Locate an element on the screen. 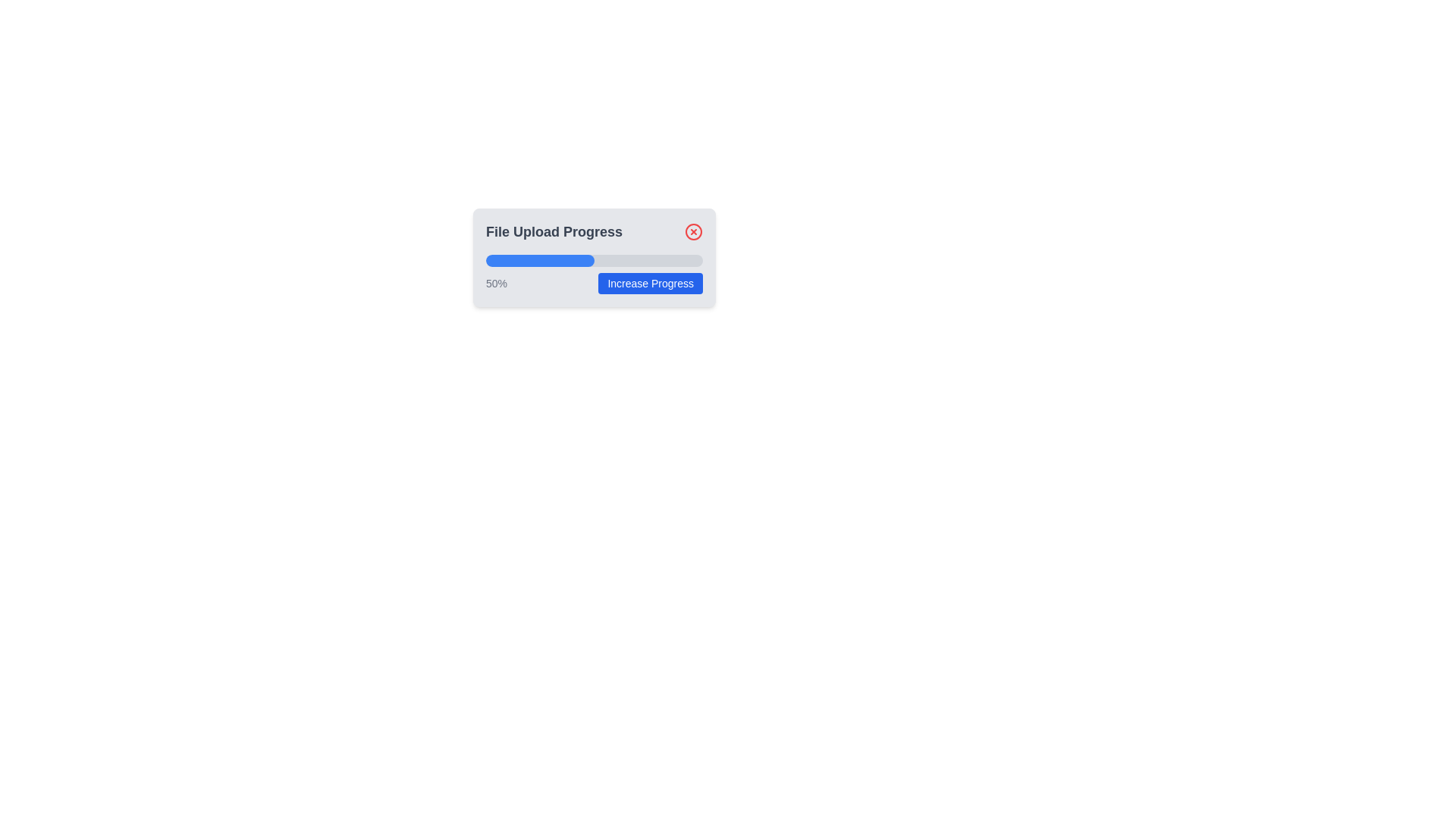 The height and width of the screenshot is (819, 1456). the blue progress bar located under the text 'File Upload Progress' in the middle of the card interface is located at coordinates (540, 259).